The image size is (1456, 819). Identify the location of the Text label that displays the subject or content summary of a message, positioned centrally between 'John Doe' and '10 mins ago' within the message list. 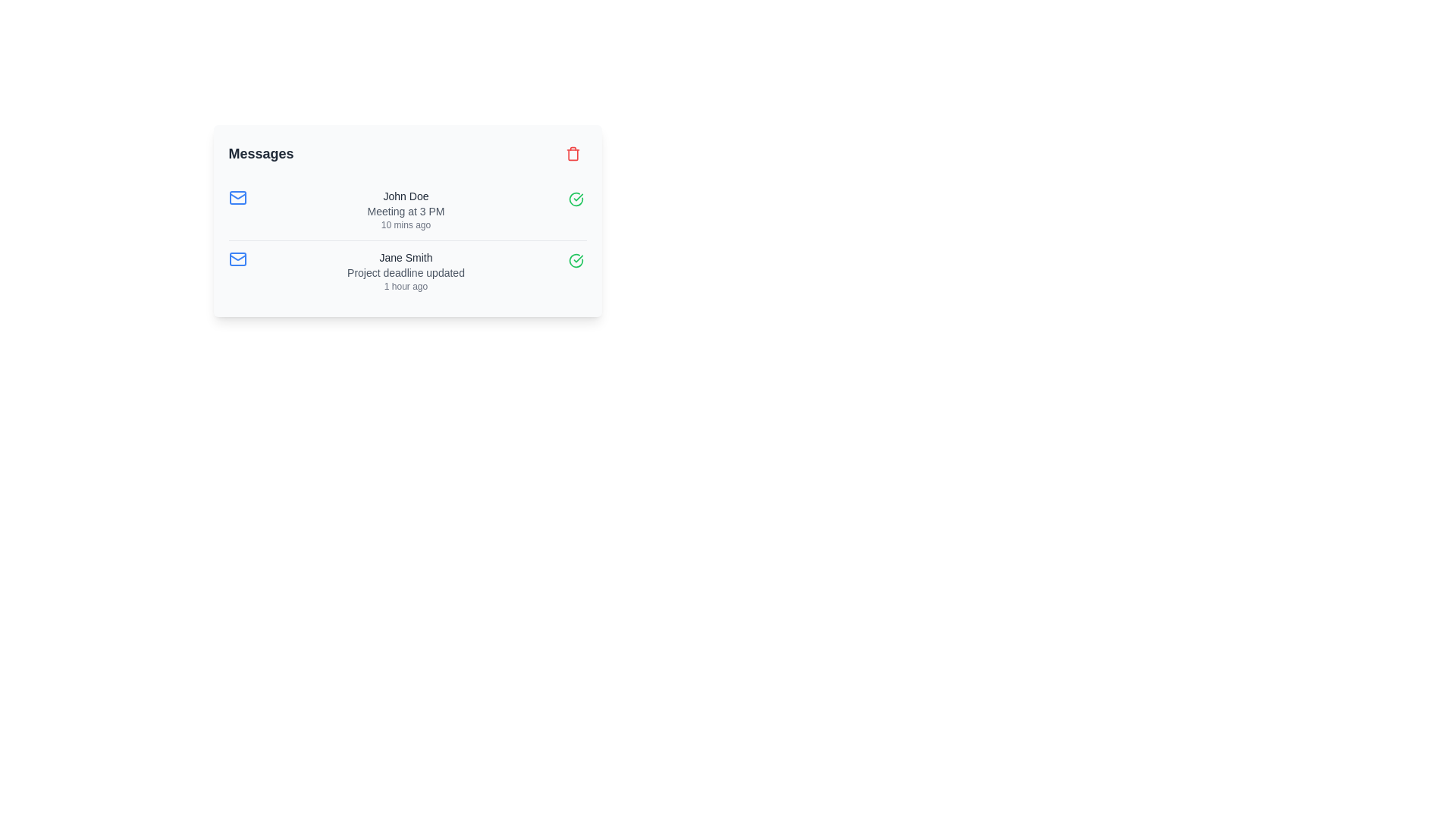
(406, 211).